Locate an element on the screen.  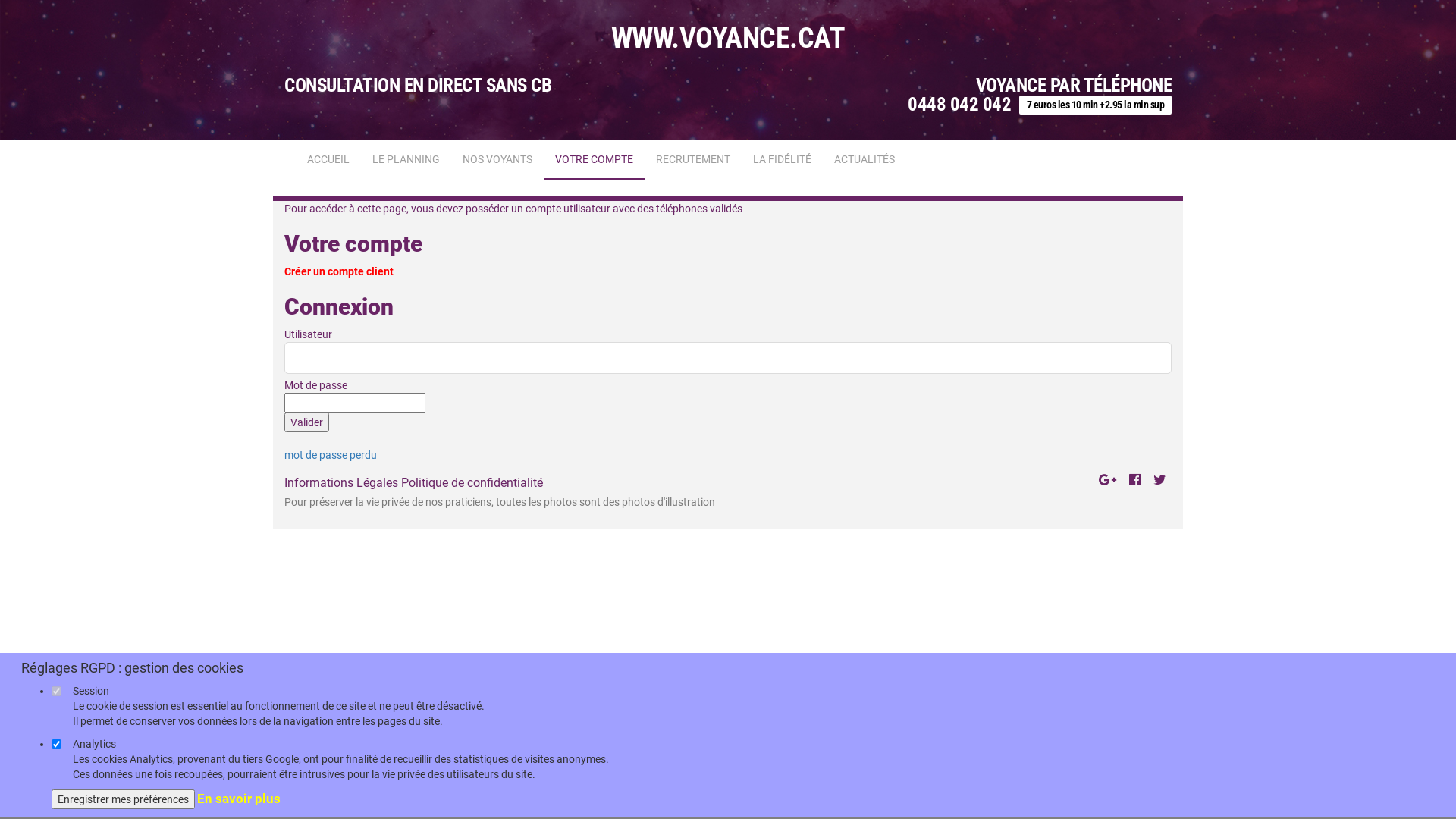
'LE PLANNING' is located at coordinates (406, 158).